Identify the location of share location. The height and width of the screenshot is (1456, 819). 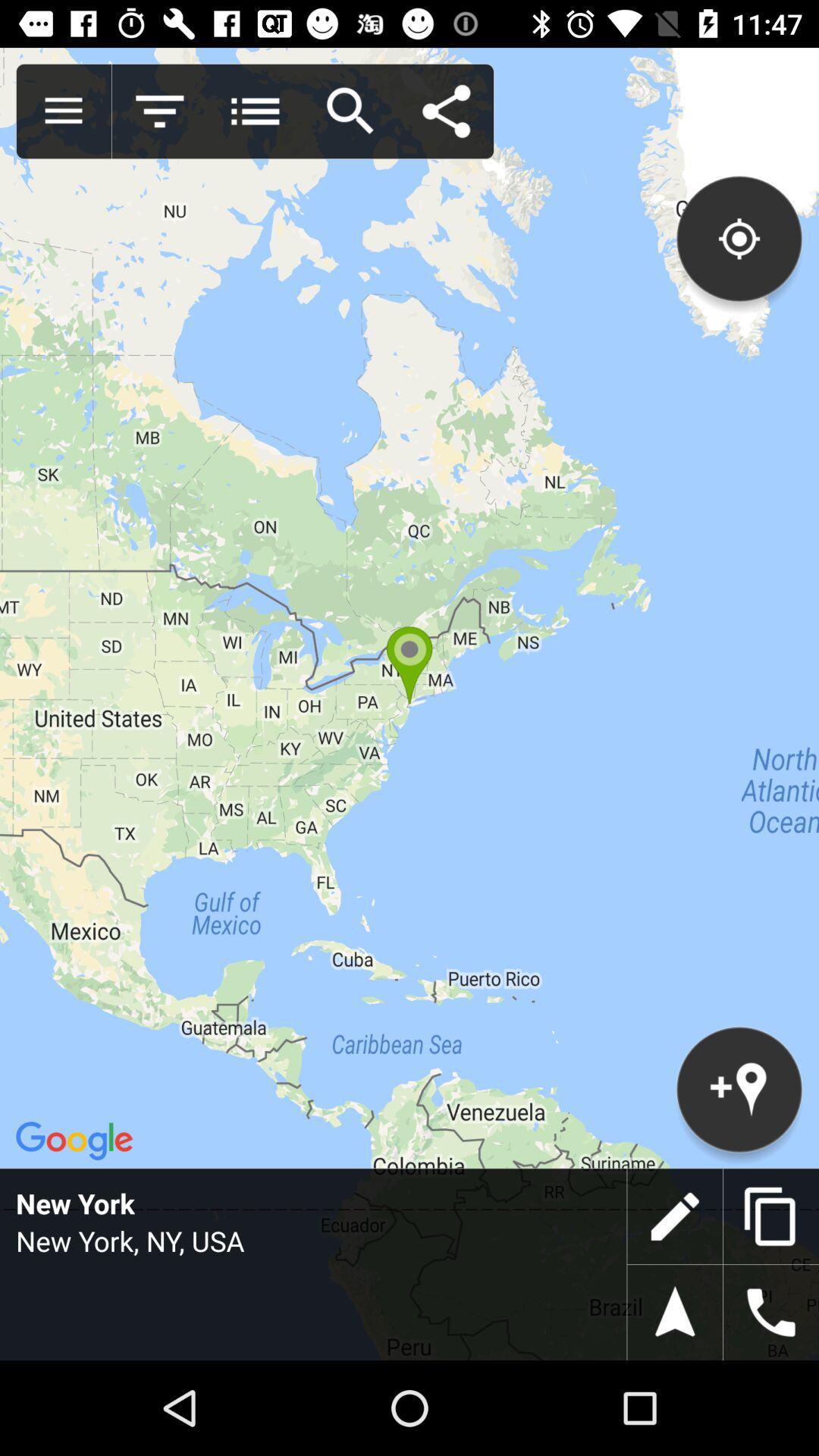
(445, 111).